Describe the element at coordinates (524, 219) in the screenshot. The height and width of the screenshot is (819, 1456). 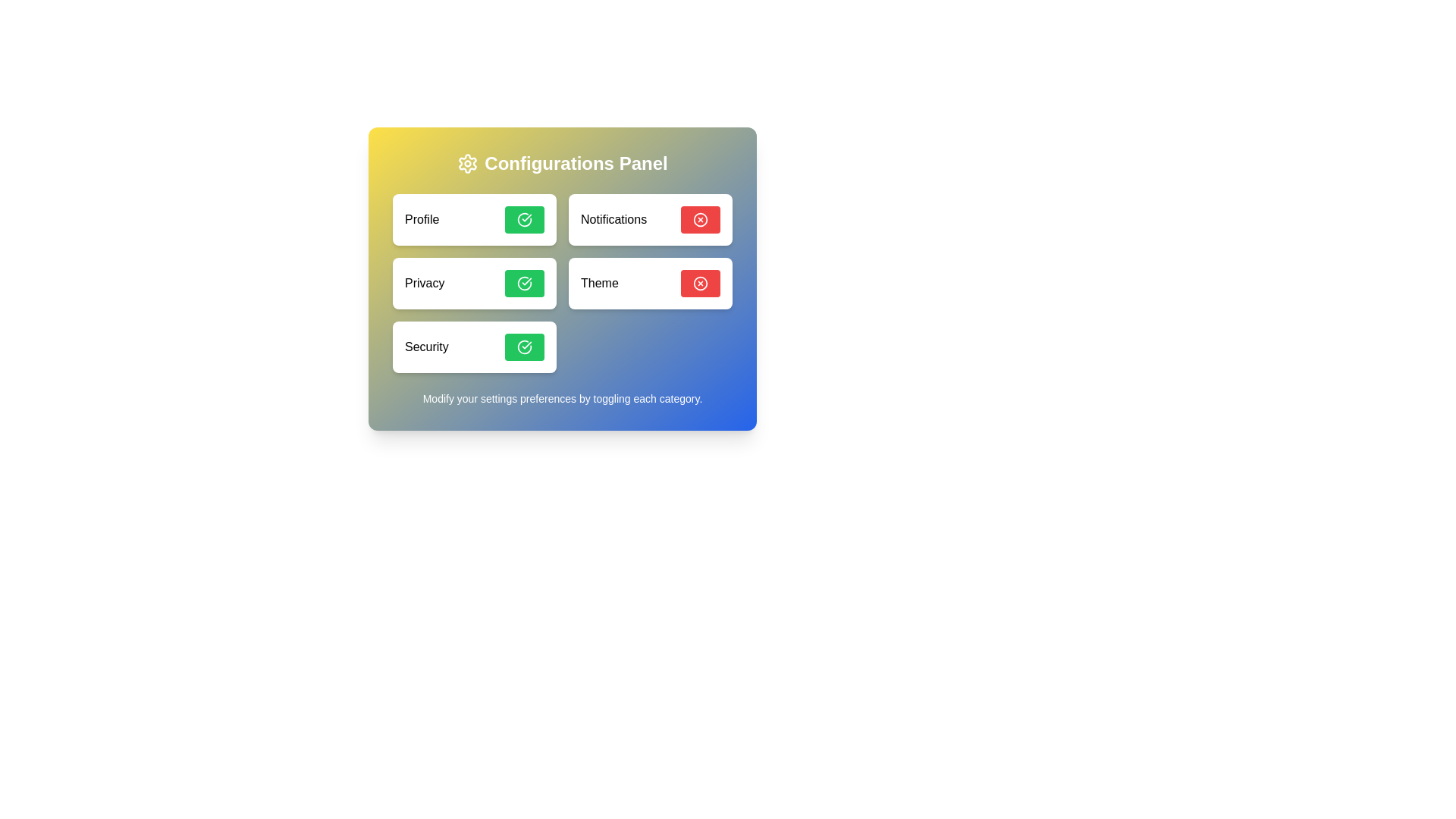
I see `the circular icon with a green background and white checkmark located to the right of the 'Profile' label in the configuration options` at that location.